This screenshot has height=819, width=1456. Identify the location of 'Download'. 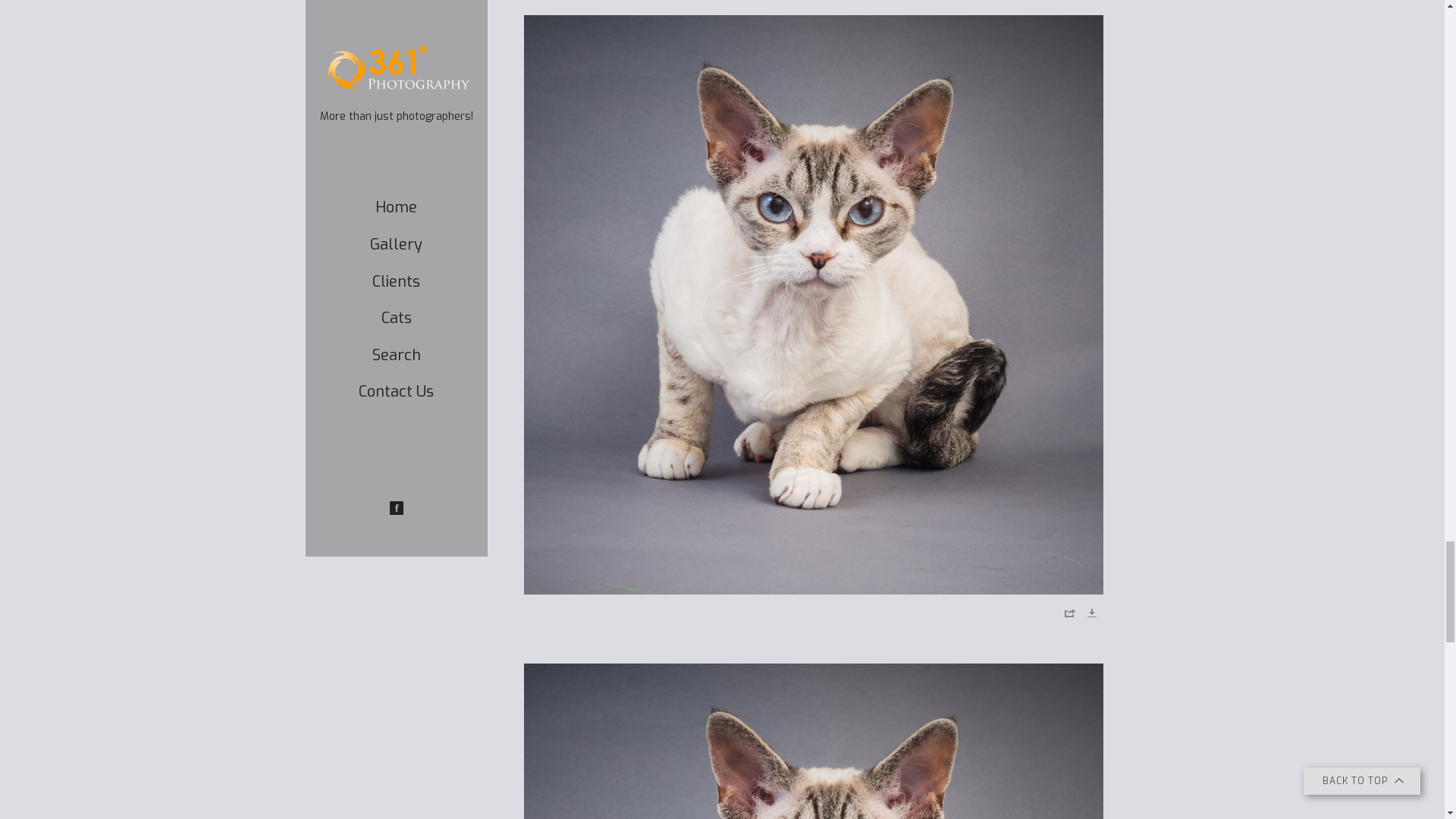
(1090, 614).